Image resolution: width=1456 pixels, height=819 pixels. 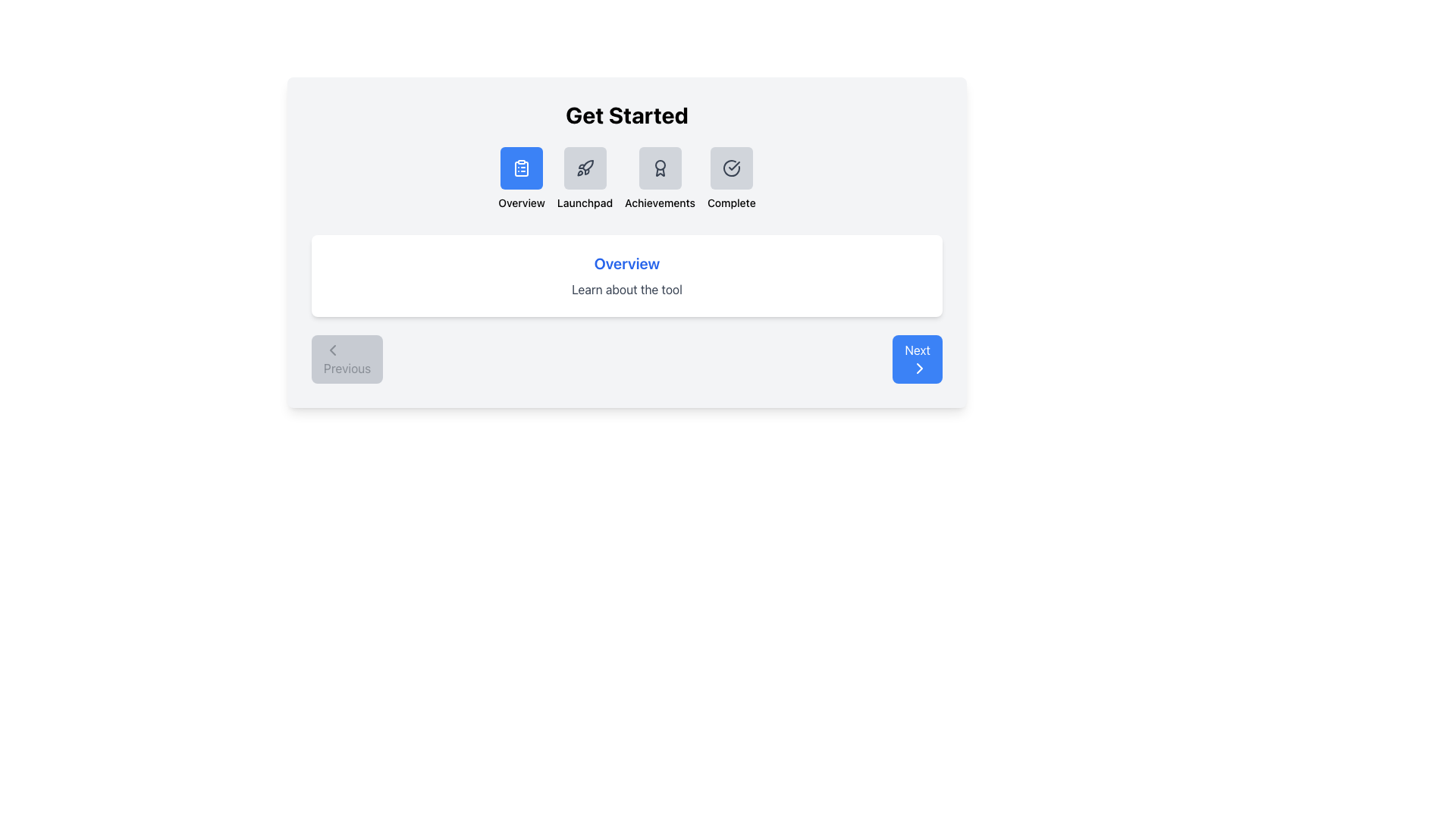 I want to click on the right-pointing chevron icon within the 'Next' button located at the bottom-right corner of the interface, so click(x=919, y=369).